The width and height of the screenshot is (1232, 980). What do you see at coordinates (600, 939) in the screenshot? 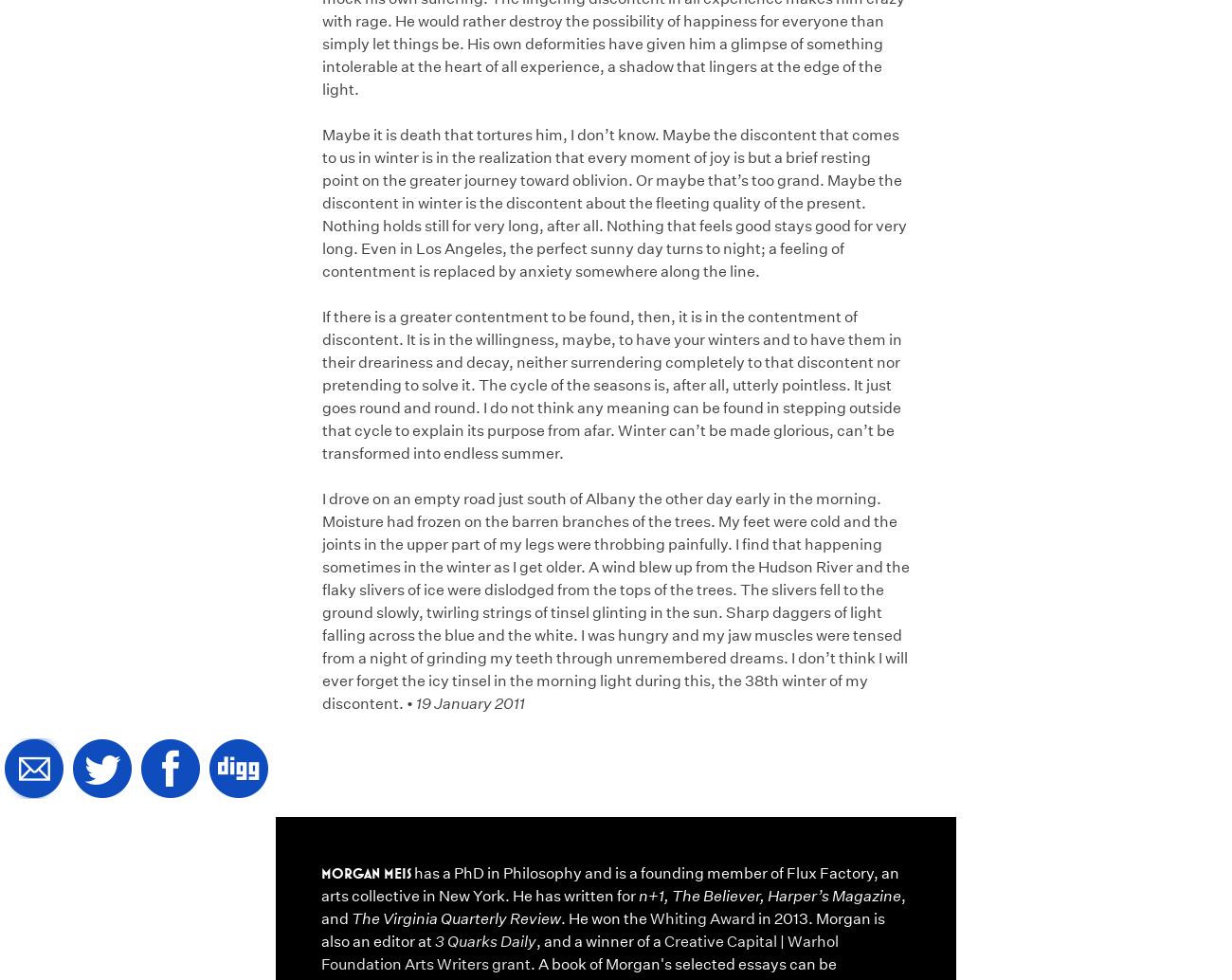
I see `', and a winner of a'` at bounding box center [600, 939].